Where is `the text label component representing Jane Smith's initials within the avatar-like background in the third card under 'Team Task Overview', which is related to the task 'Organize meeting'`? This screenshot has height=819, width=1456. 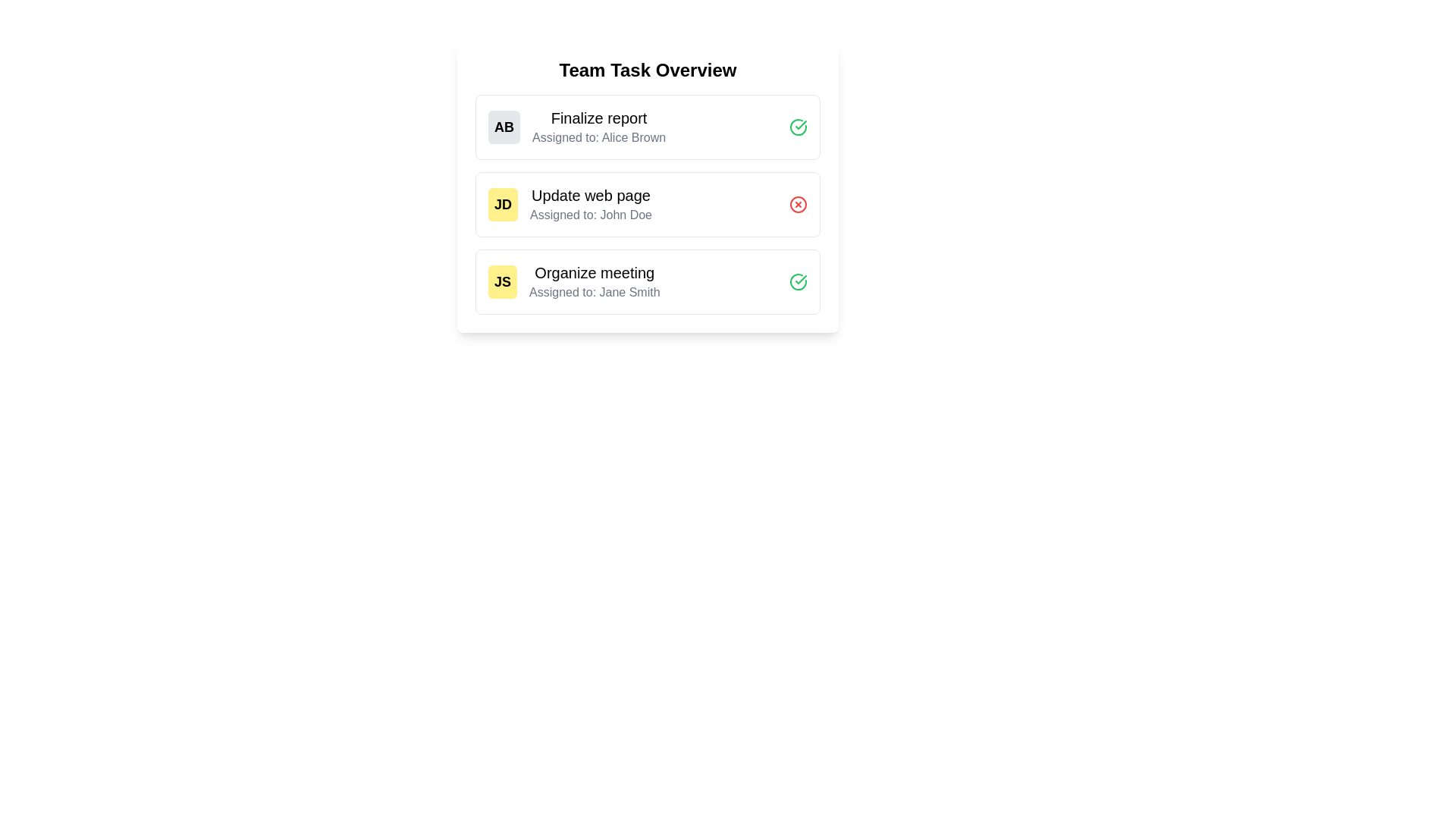
the text label component representing Jane Smith's initials within the avatar-like background in the third card under 'Team Task Overview', which is related to the task 'Organize meeting' is located at coordinates (502, 281).